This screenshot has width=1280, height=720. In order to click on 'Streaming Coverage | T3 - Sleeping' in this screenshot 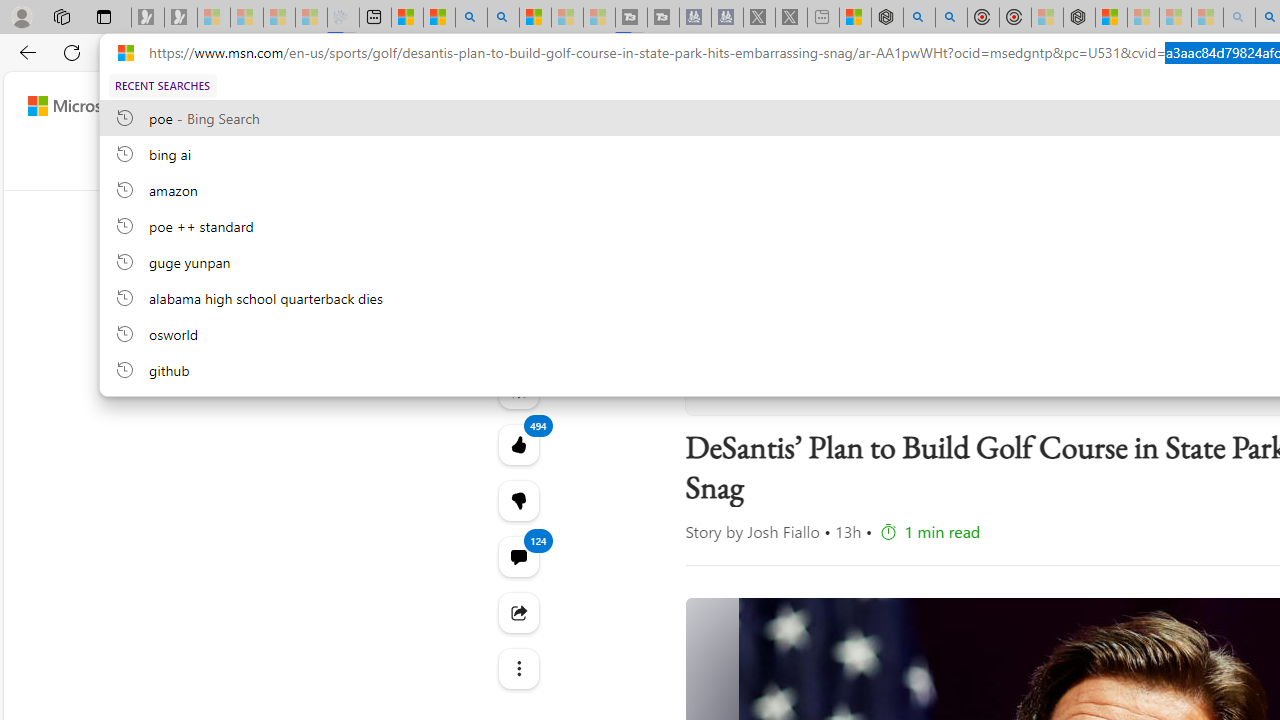, I will do `click(630, 17)`.